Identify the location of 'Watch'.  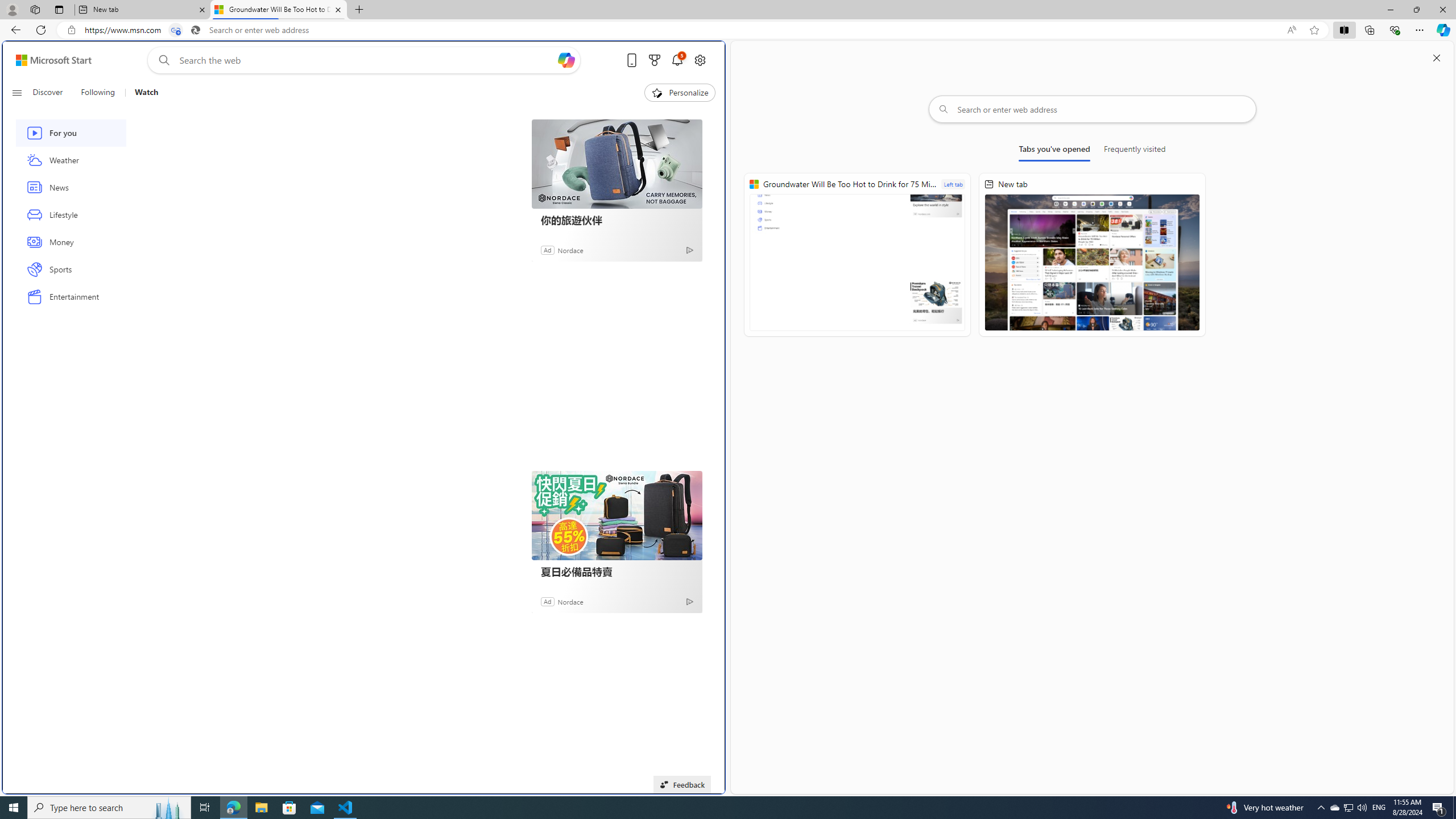
(141, 92).